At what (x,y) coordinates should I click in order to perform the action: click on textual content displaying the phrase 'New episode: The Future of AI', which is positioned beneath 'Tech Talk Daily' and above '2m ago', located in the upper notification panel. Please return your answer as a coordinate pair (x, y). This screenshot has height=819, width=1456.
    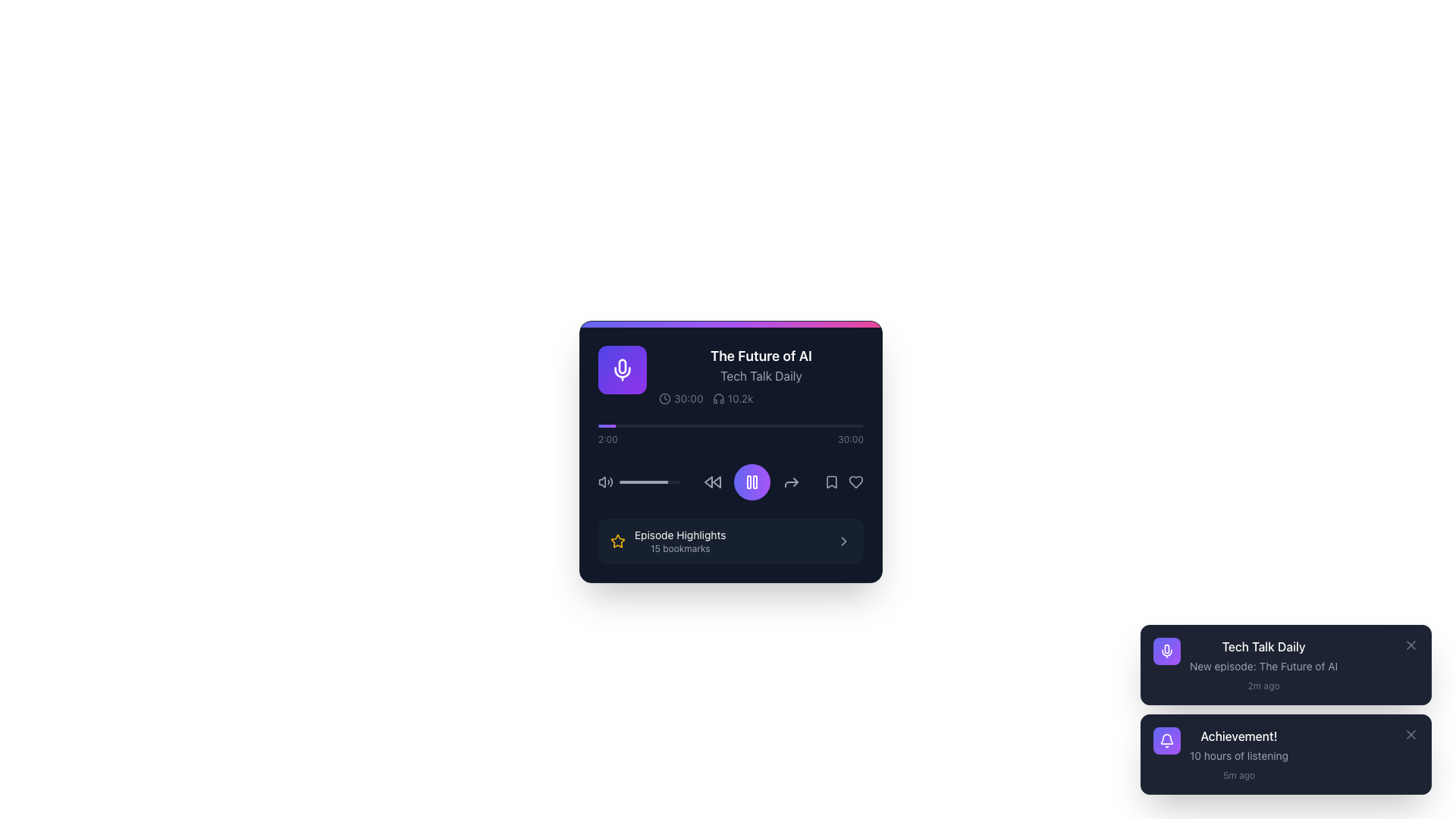
    Looking at the image, I should click on (1263, 666).